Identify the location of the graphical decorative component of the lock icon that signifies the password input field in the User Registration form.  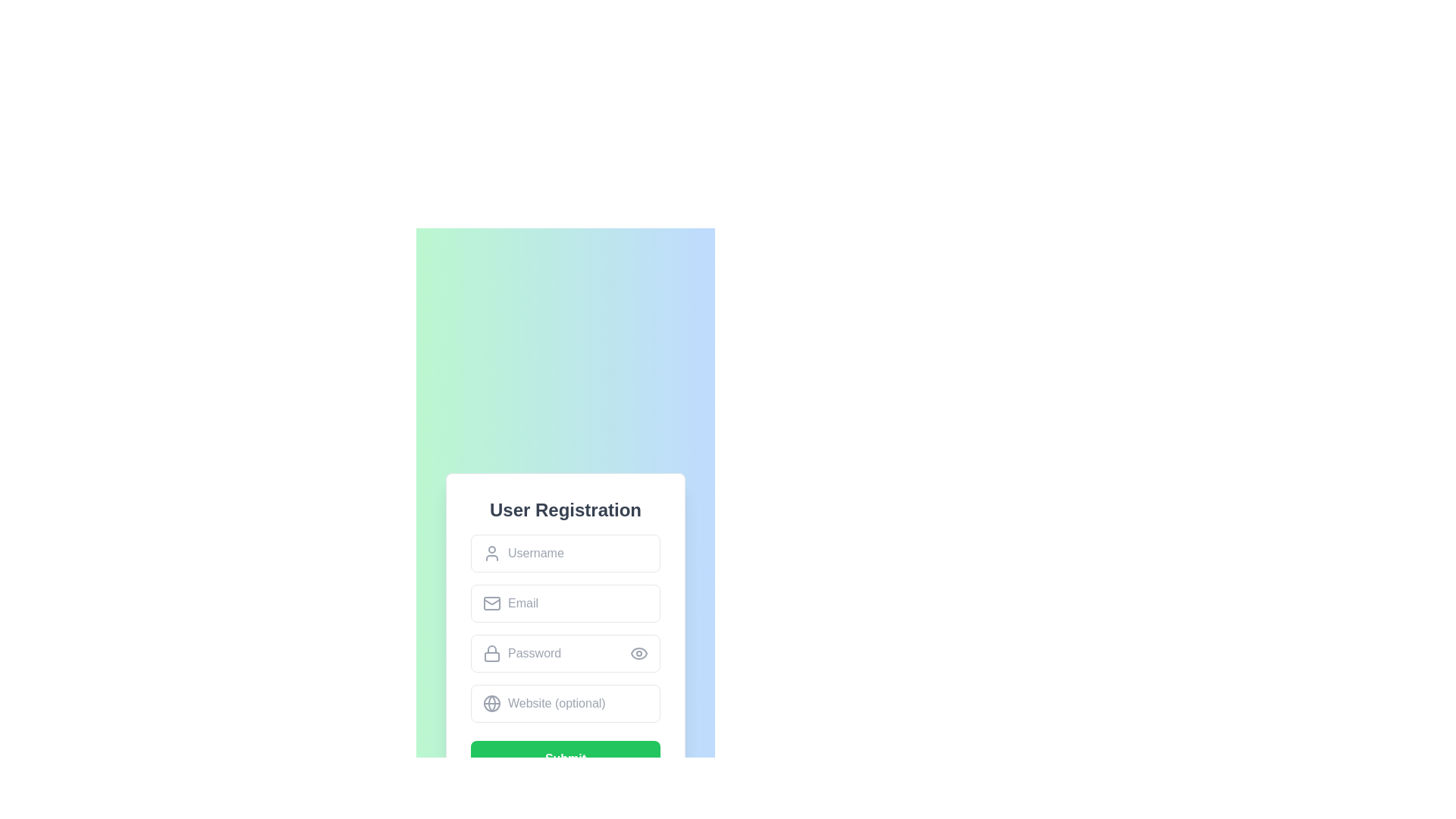
(491, 656).